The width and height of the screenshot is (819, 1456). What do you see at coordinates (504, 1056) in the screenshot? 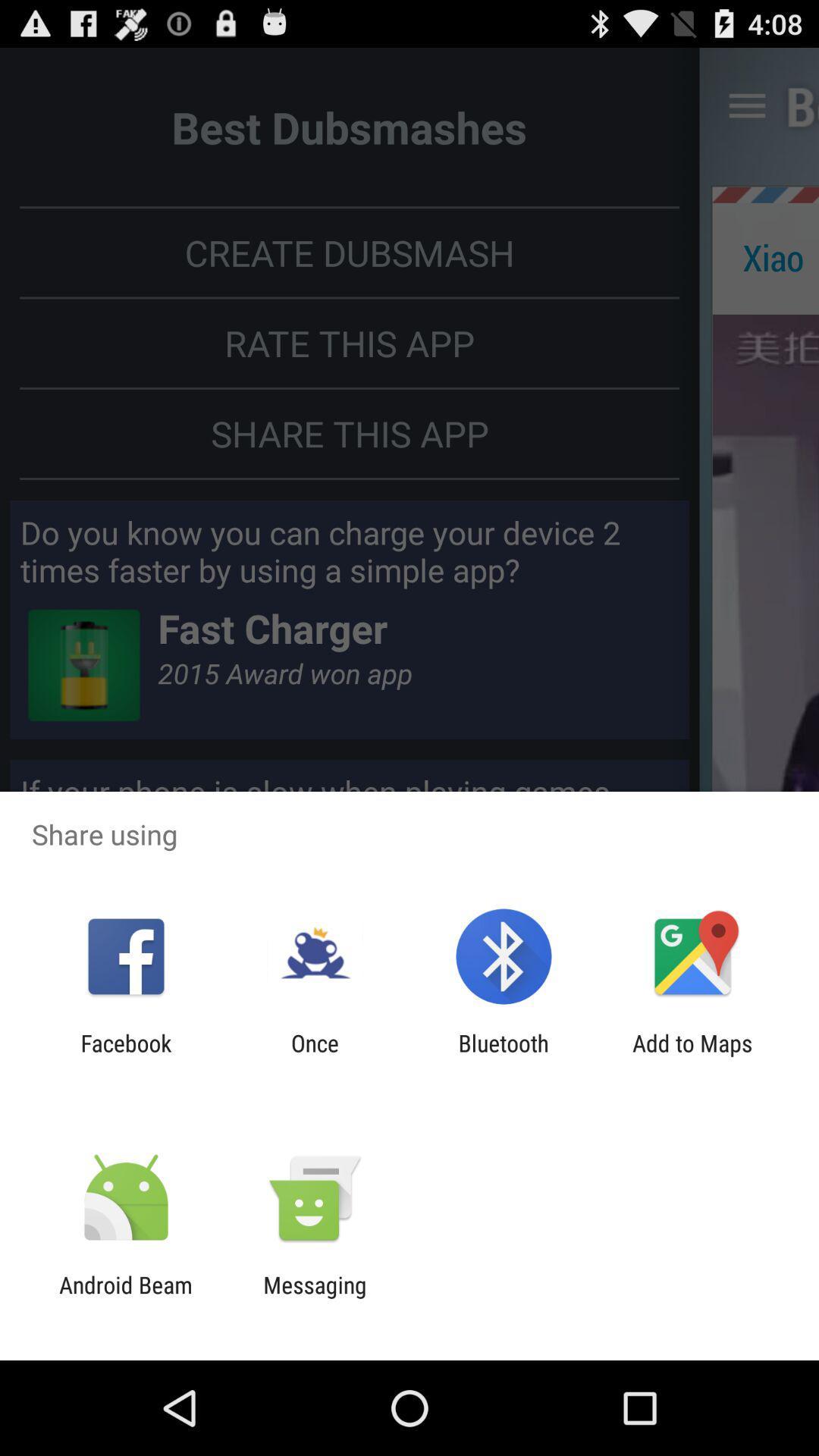
I see `the icon to the left of add to maps` at bounding box center [504, 1056].